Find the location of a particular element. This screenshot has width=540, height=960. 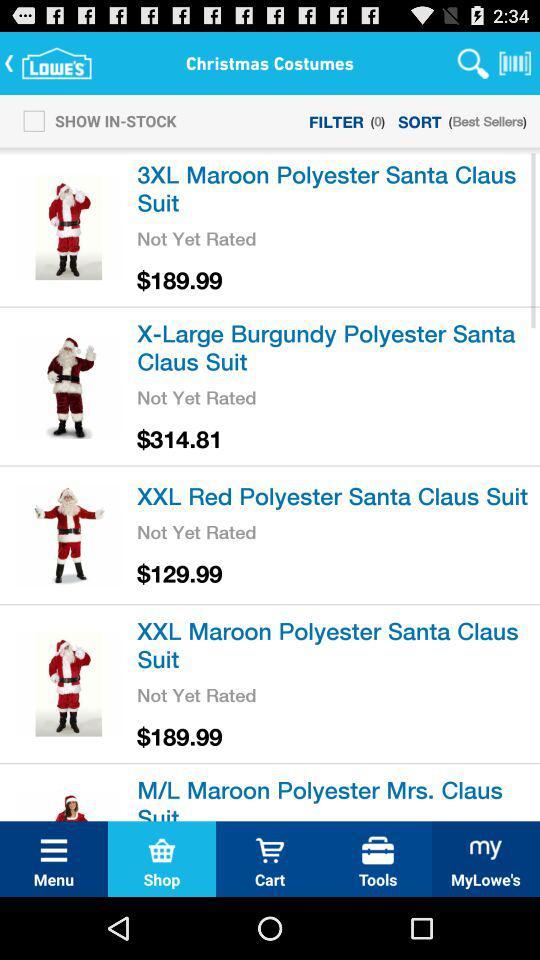

sort icon is located at coordinates (419, 120).